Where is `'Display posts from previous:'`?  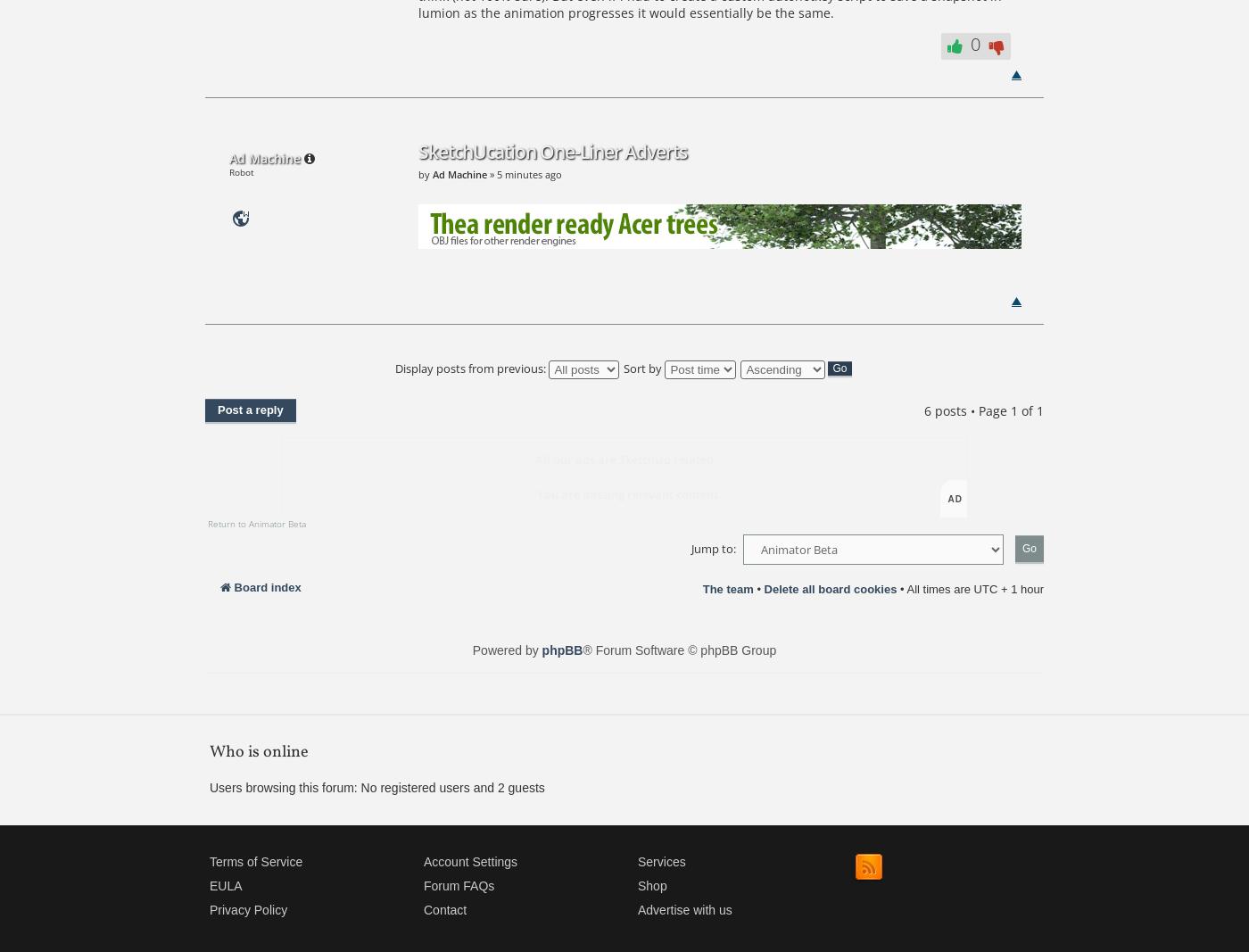 'Display posts from previous:' is located at coordinates (472, 367).